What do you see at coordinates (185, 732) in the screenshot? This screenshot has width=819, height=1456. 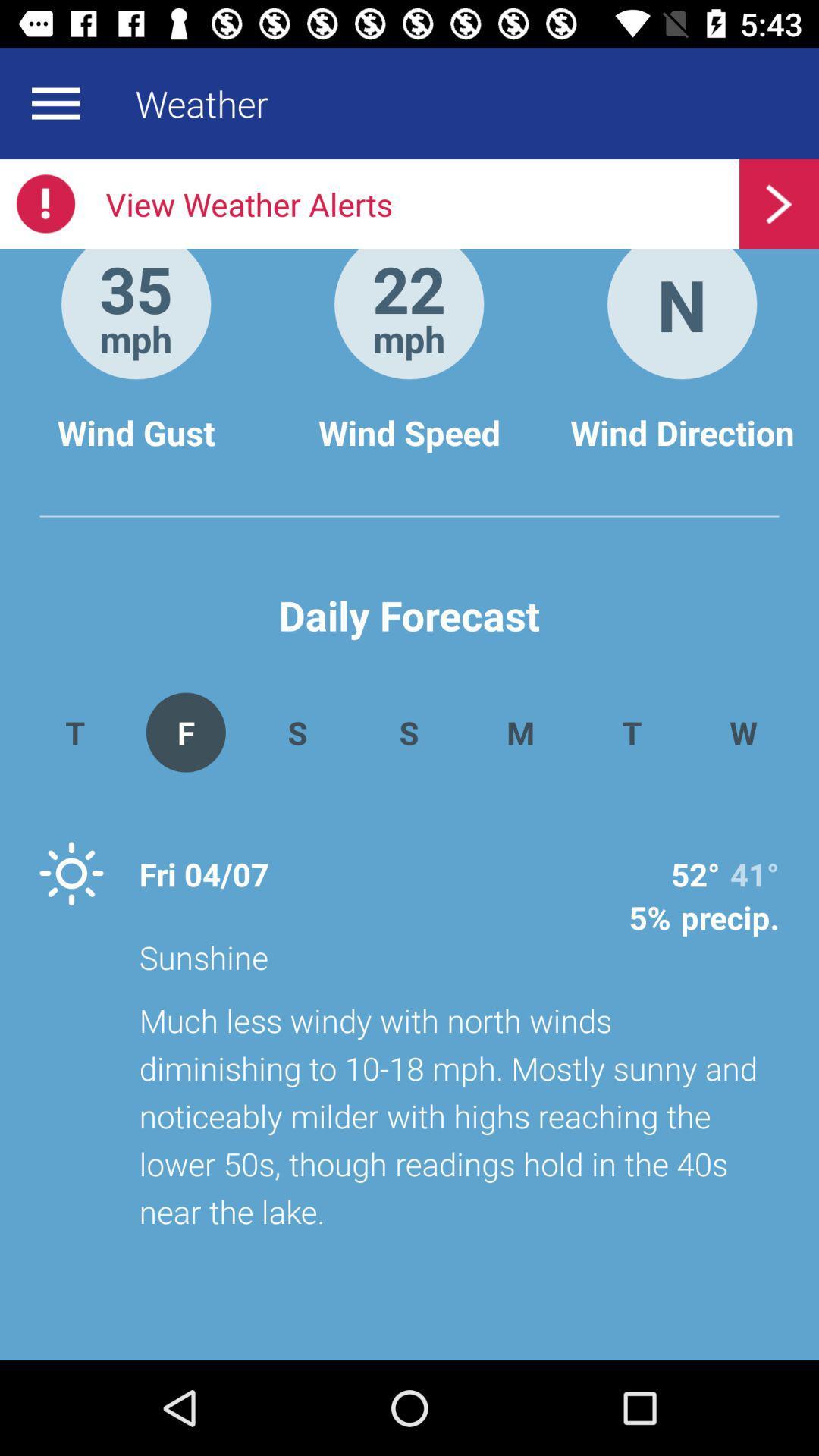 I see `icon next to the s item` at bounding box center [185, 732].